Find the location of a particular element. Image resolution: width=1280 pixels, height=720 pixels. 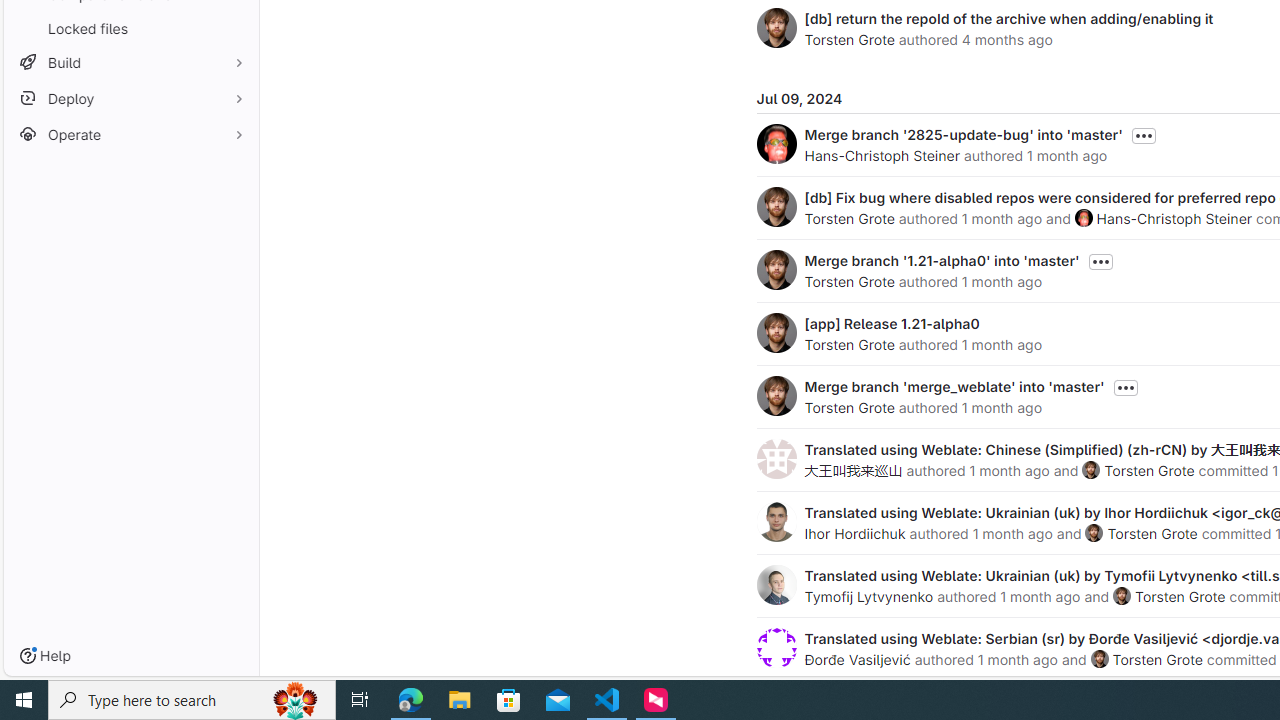

'Deploy' is located at coordinates (130, 98).